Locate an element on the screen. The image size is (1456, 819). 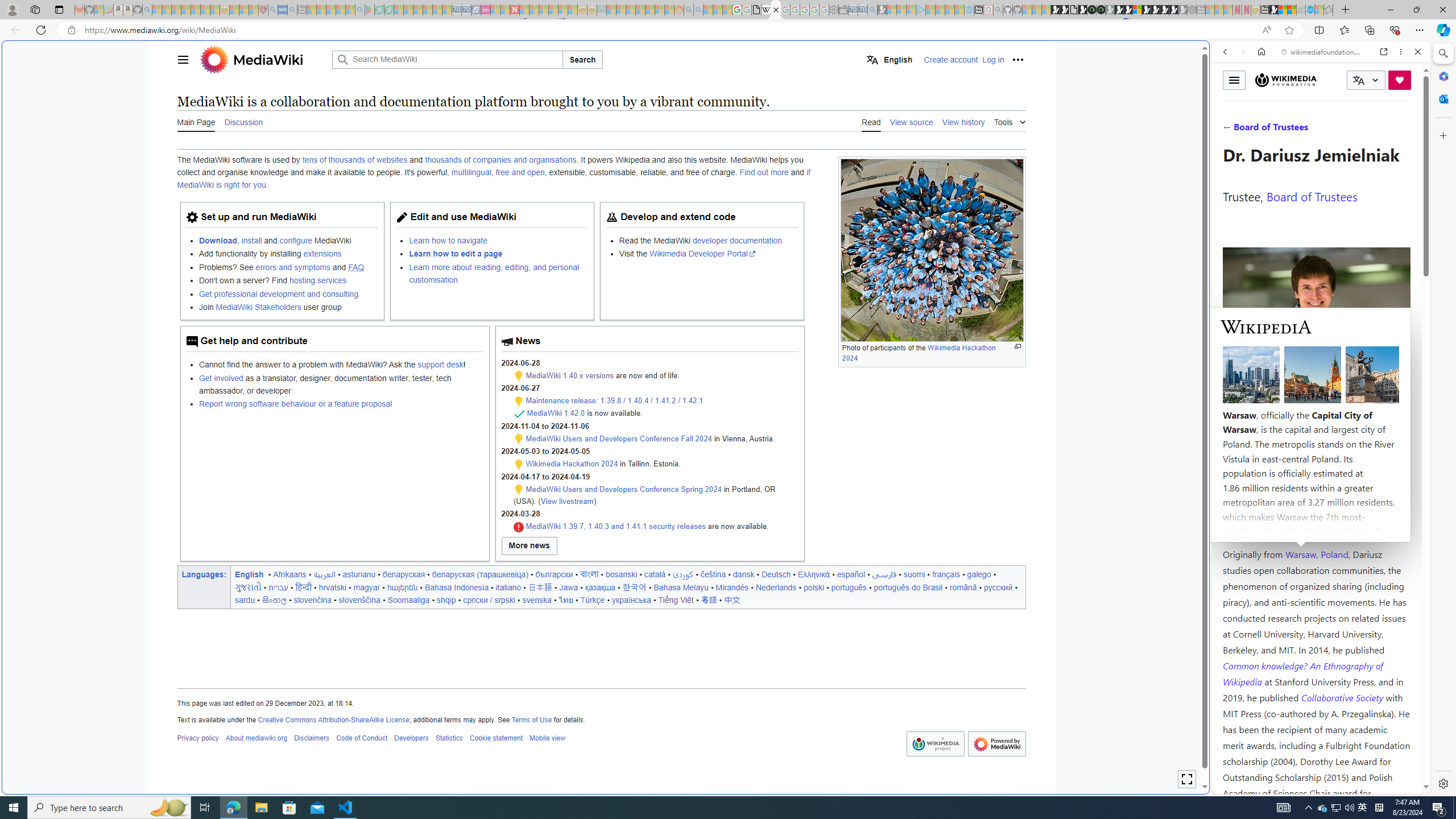
'extensions' is located at coordinates (322, 253).